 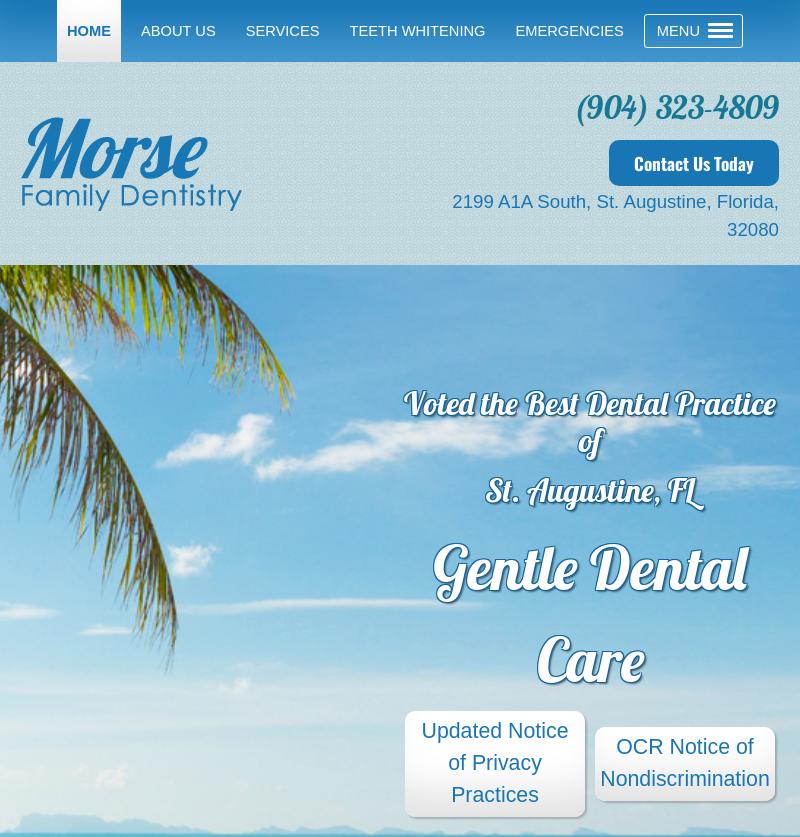 I want to click on 'St. Augustine, FL', so click(x=589, y=488).